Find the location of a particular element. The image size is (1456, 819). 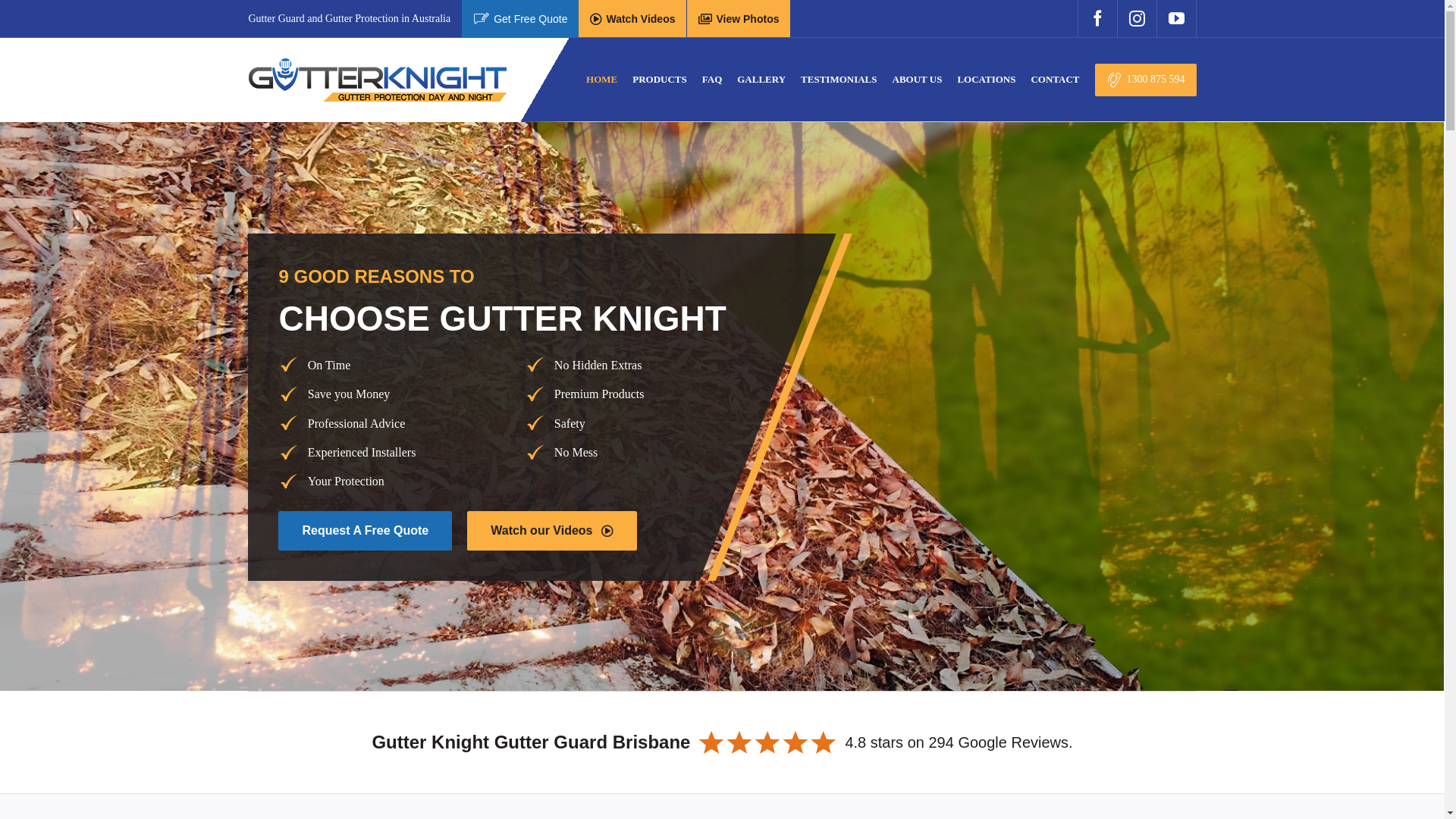

'GALLERY' is located at coordinates (736, 79).